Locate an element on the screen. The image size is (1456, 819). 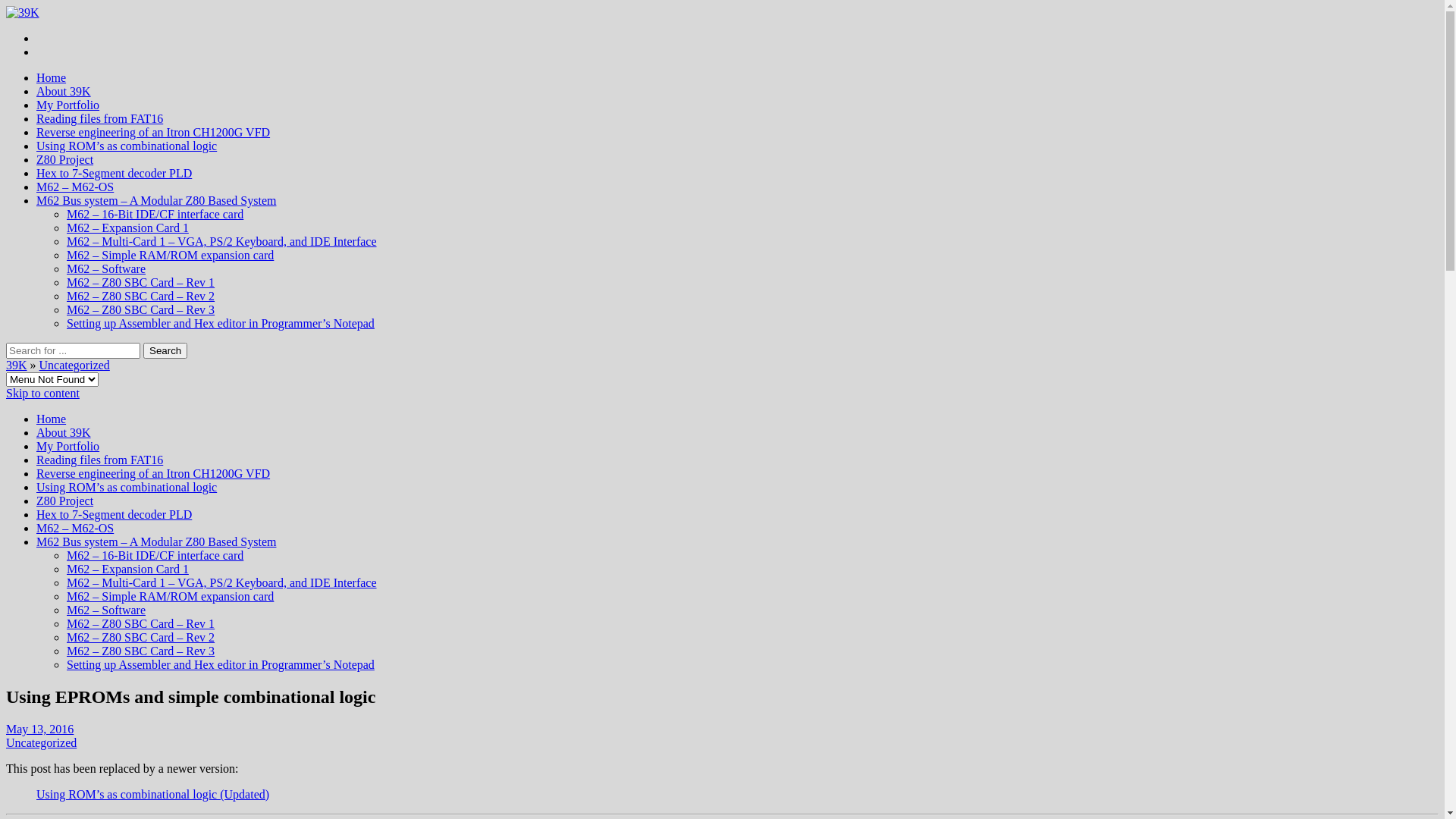
'May 13, 2016' is located at coordinates (39, 728).